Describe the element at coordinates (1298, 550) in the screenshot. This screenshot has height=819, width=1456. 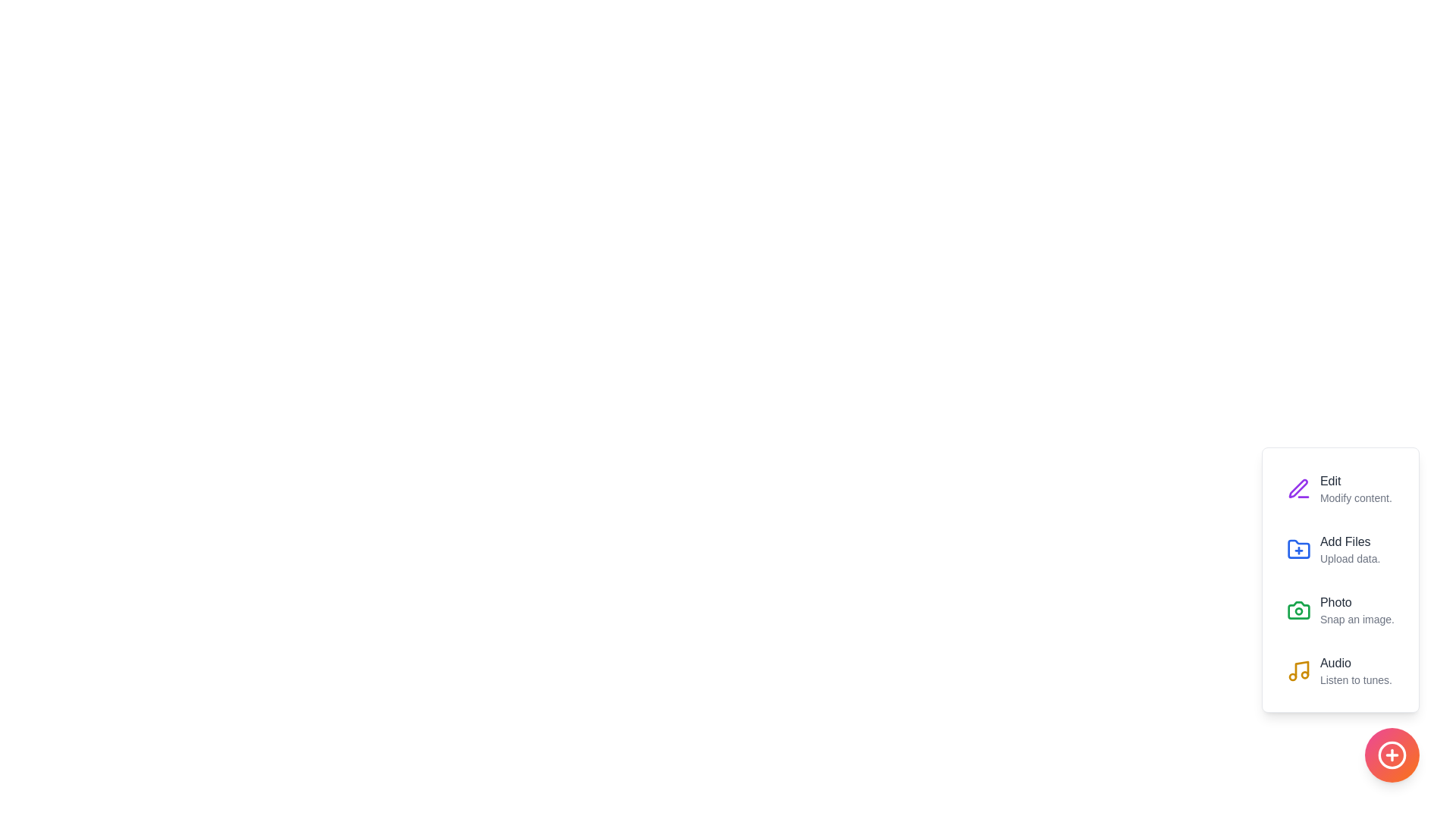
I see `the action Add Files from the menu` at that location.